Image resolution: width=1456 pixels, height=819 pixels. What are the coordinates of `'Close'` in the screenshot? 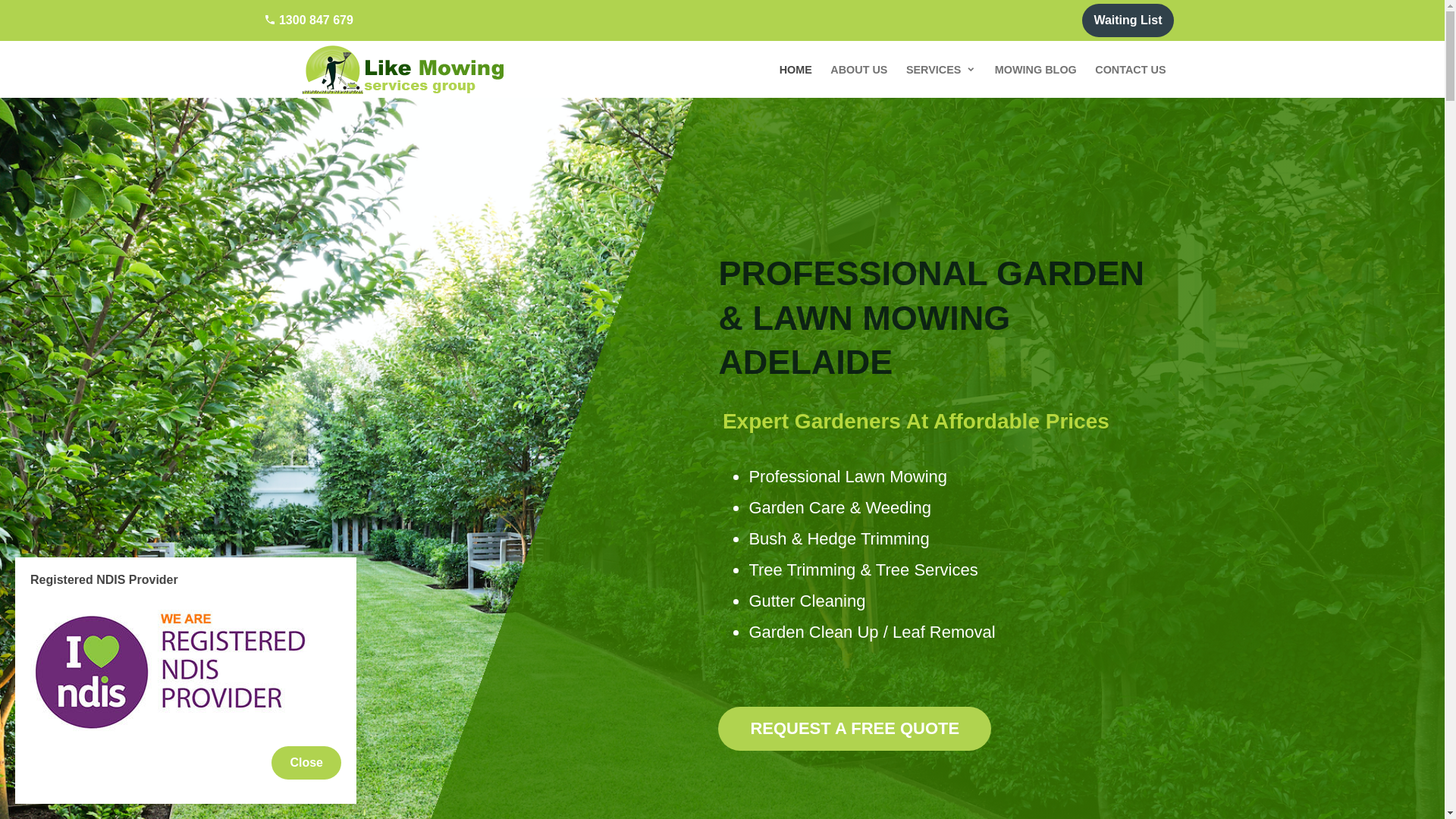 It's located at (271, 763).